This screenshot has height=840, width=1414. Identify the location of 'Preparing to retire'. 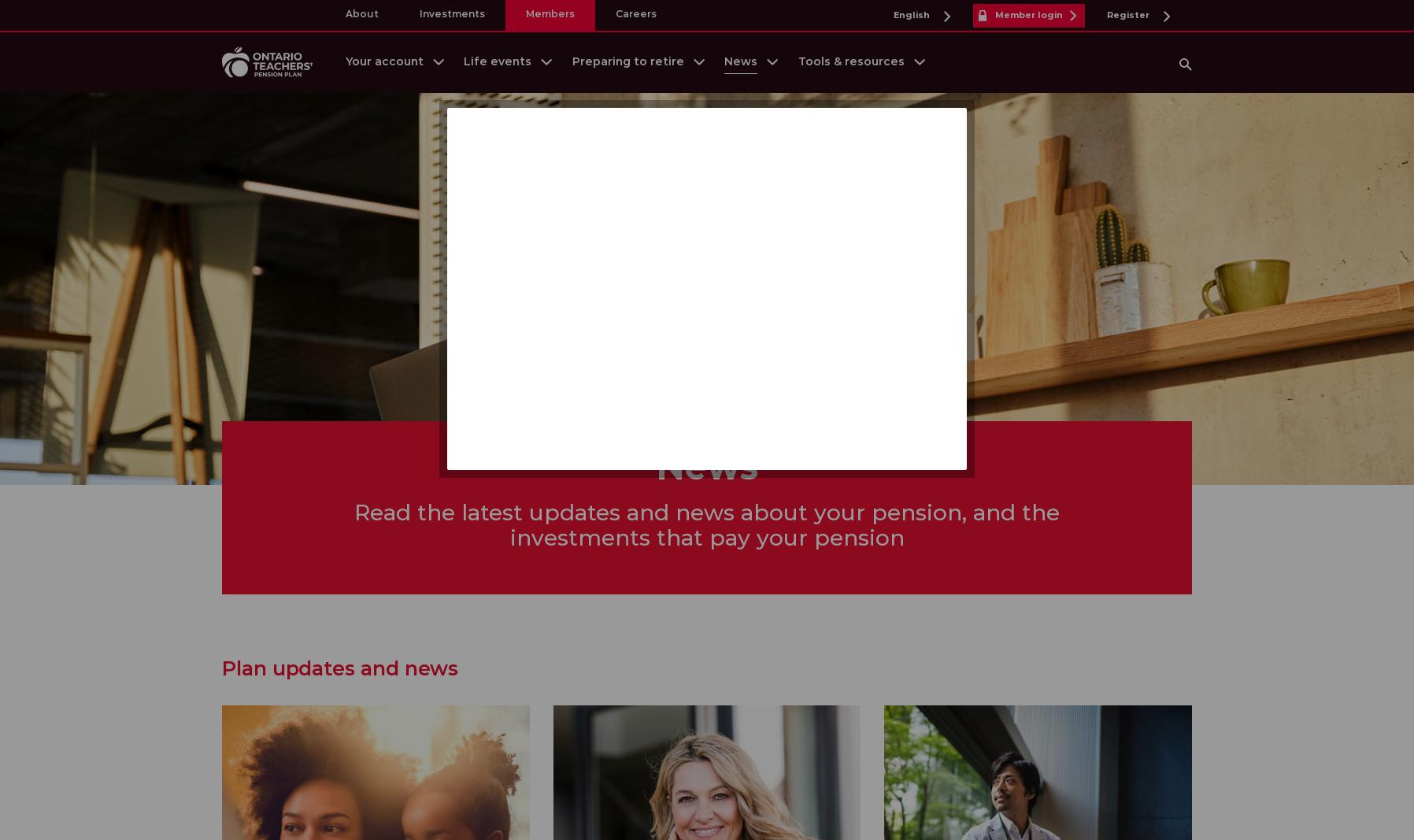
(627, 60).